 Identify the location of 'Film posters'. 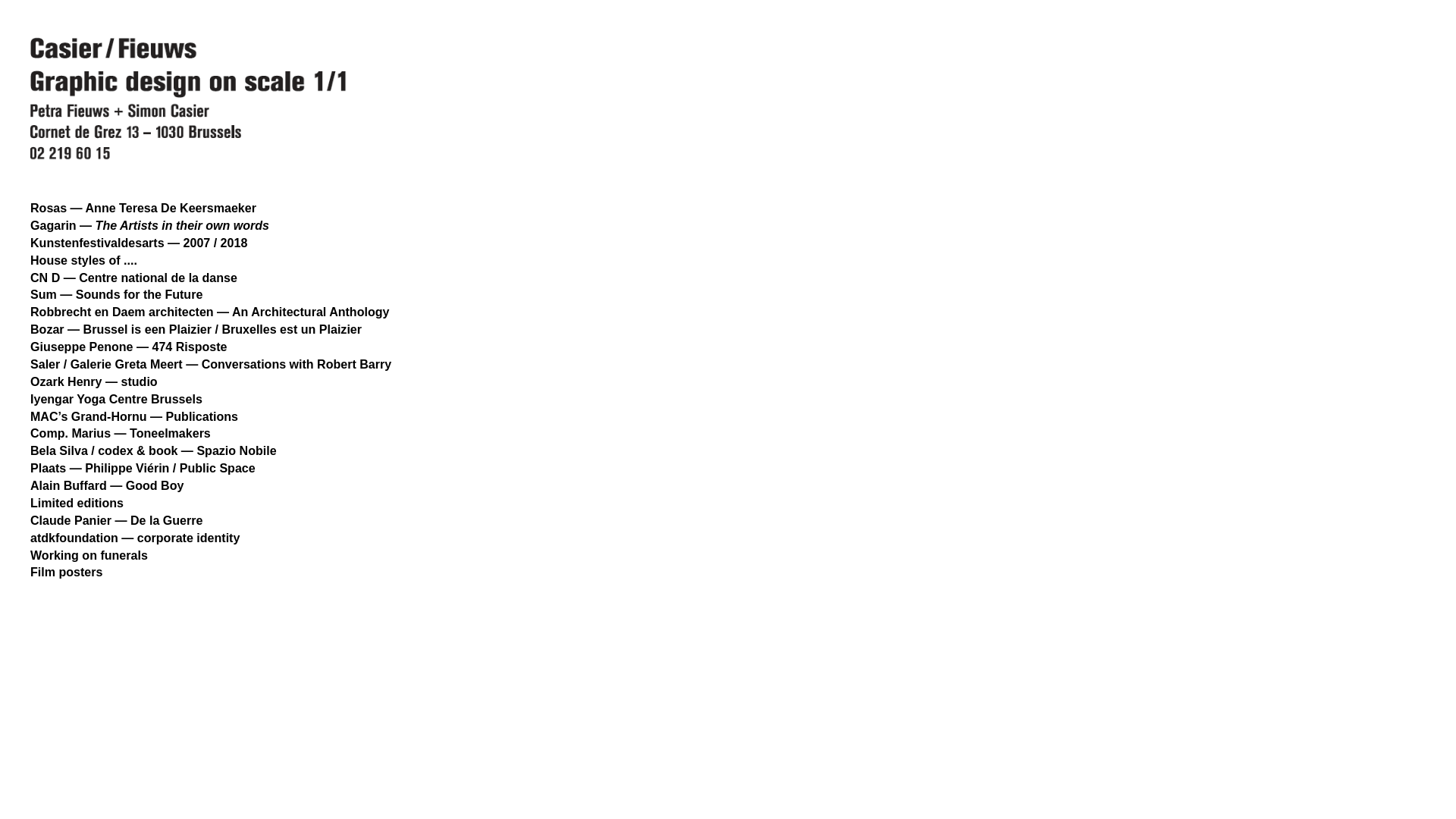
(30, 571).